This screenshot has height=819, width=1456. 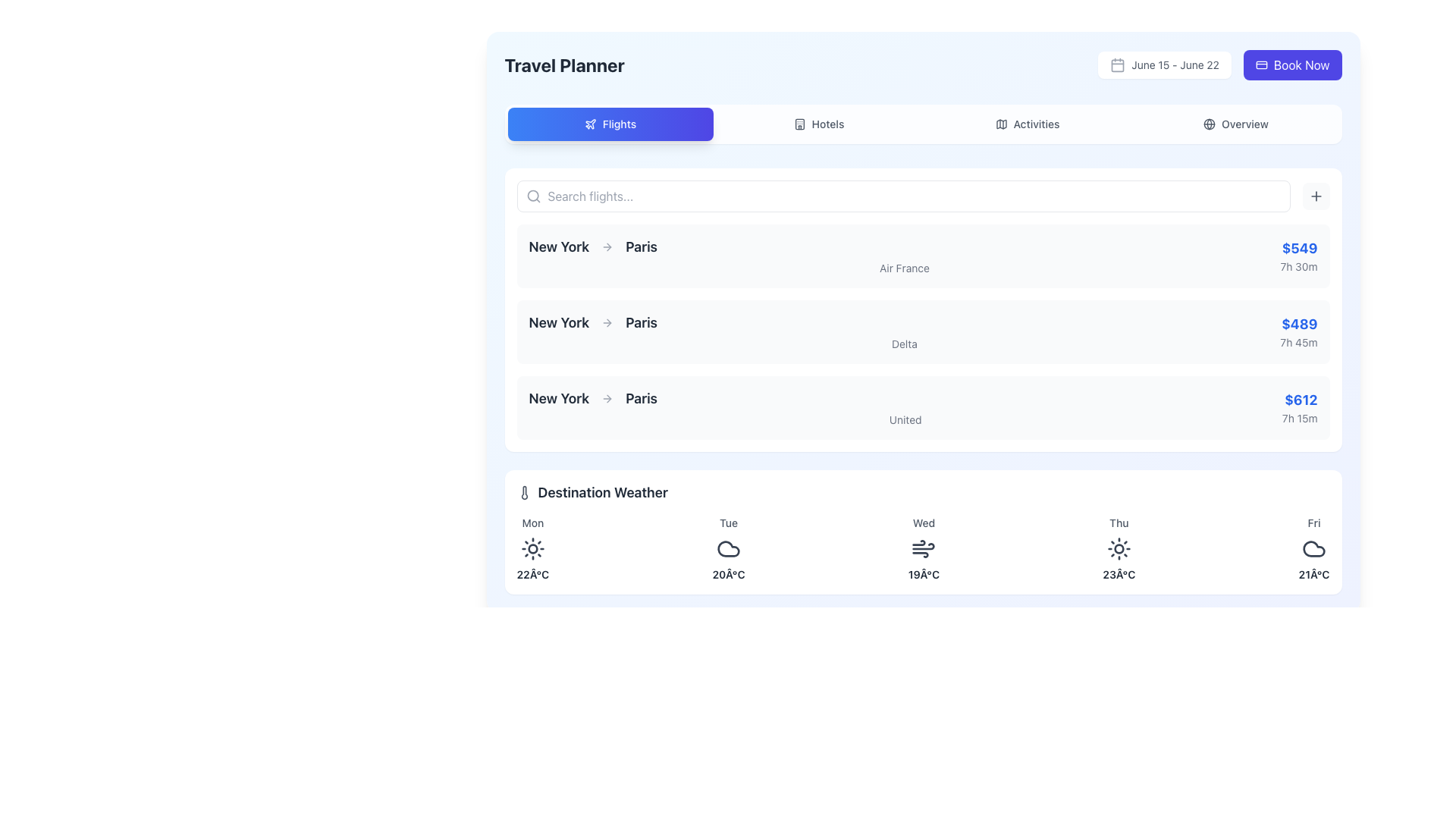 I want to click on the thermometer icon in the 'Destination Weather' section, located to the left of the title 'Destination Weather', so click(x=524, y=493).